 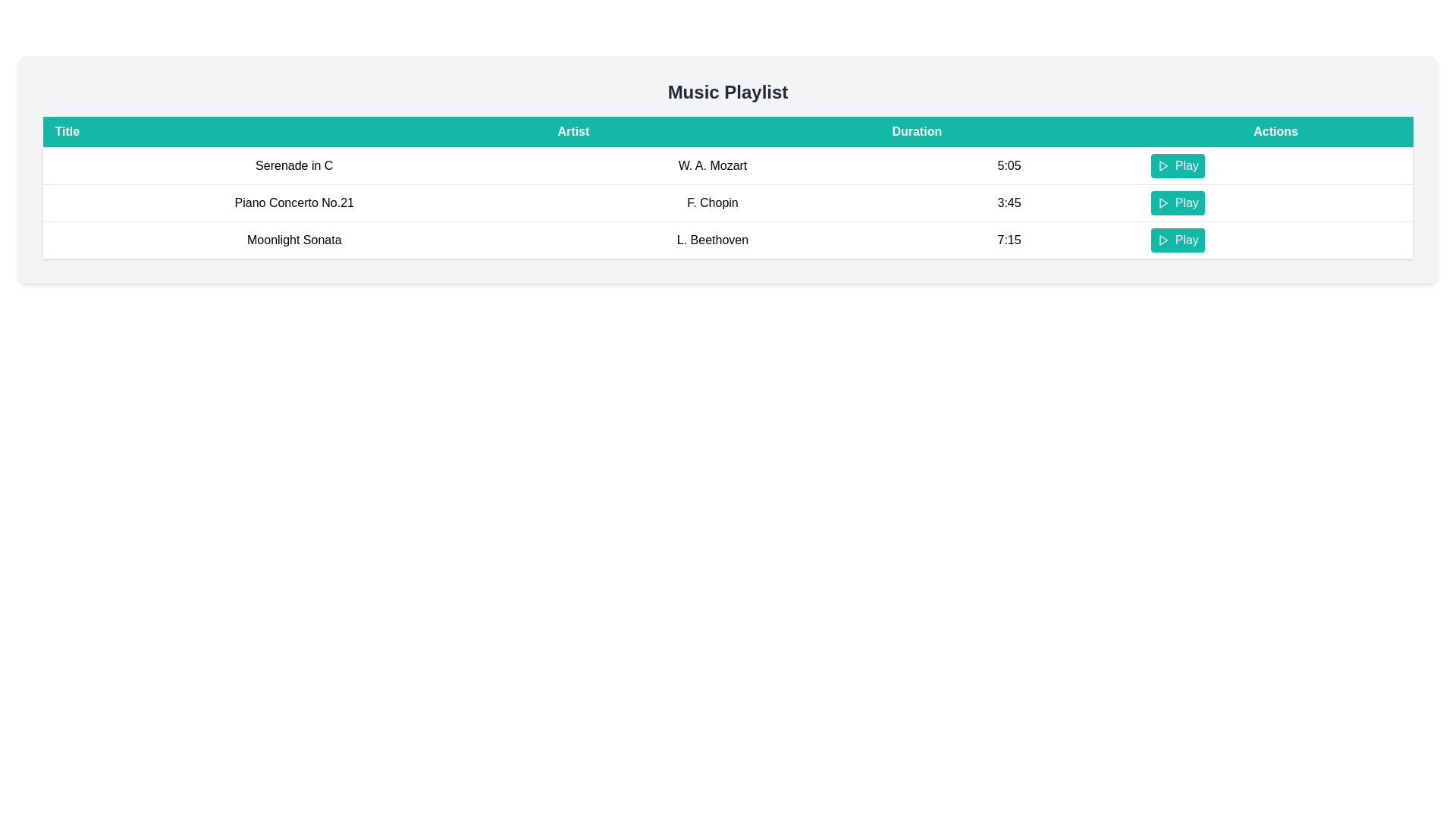 What do you see at coordinates (712, 166) in the screenshot?
I see `the text label displaying the artist name 'W. A. Mozart', which is located in the second column of the first data row between 'Serenade in C' and '5:05'` at bounding box center [712, 166].